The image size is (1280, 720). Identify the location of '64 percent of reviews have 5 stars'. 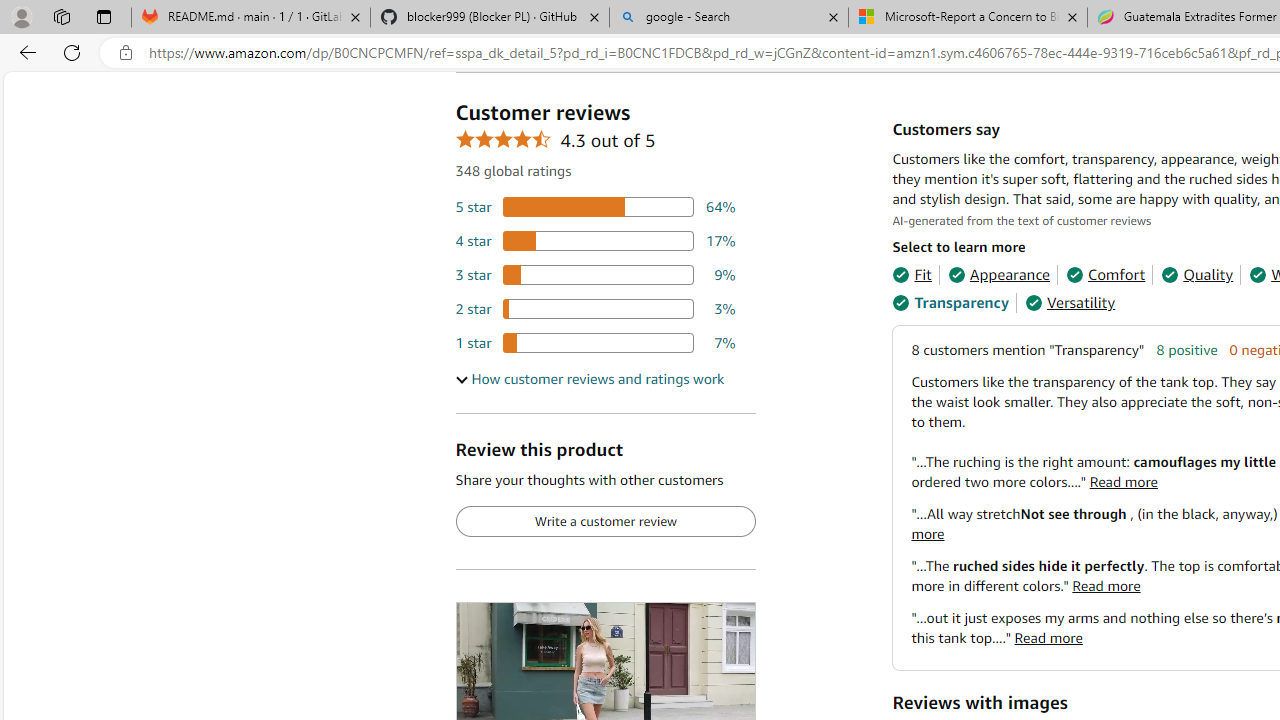
(594, 207).